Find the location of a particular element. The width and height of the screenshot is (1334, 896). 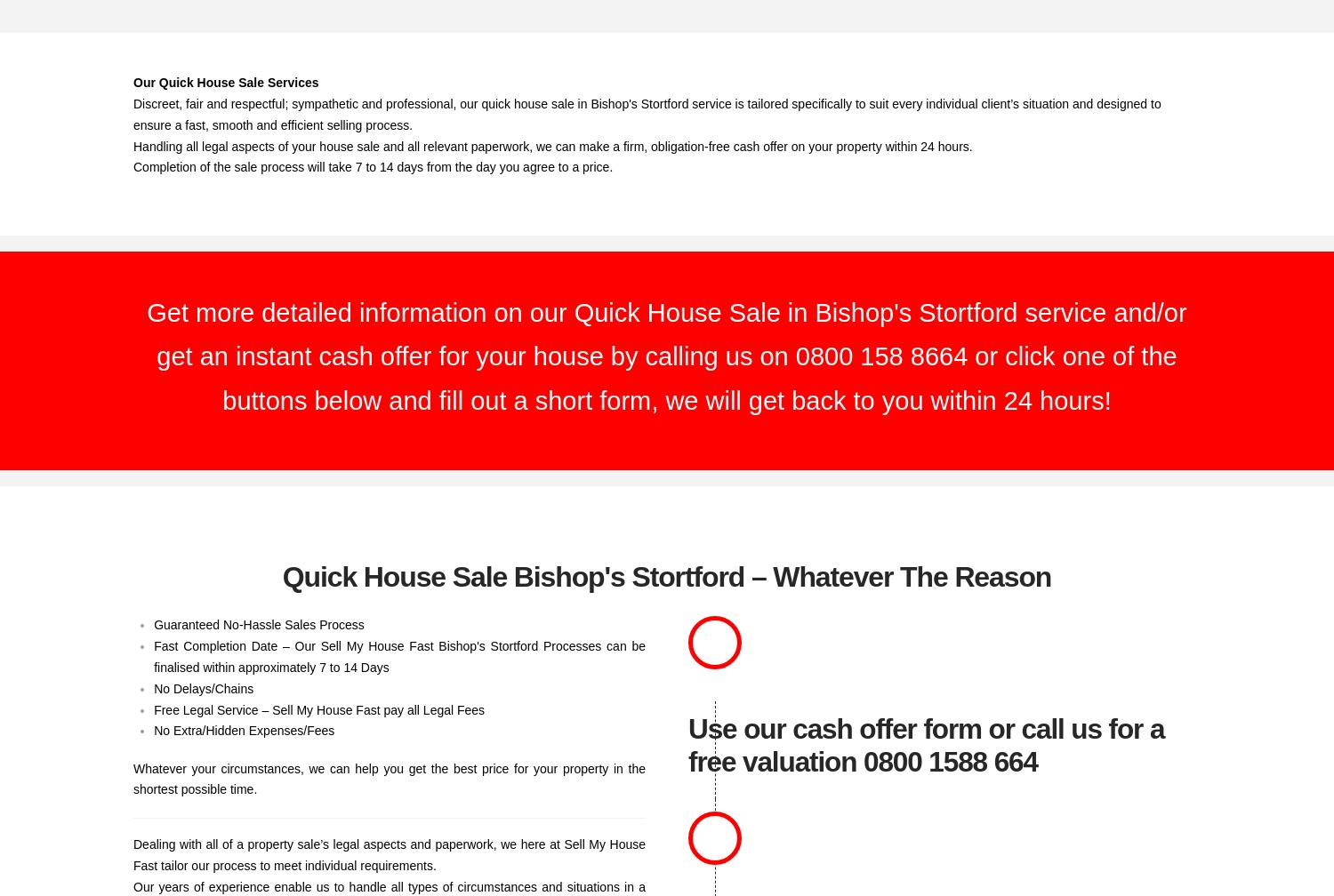

'Free Legal Service – Sell My House Fast pay all Legal Fees' is located at coordinates (317, 709).